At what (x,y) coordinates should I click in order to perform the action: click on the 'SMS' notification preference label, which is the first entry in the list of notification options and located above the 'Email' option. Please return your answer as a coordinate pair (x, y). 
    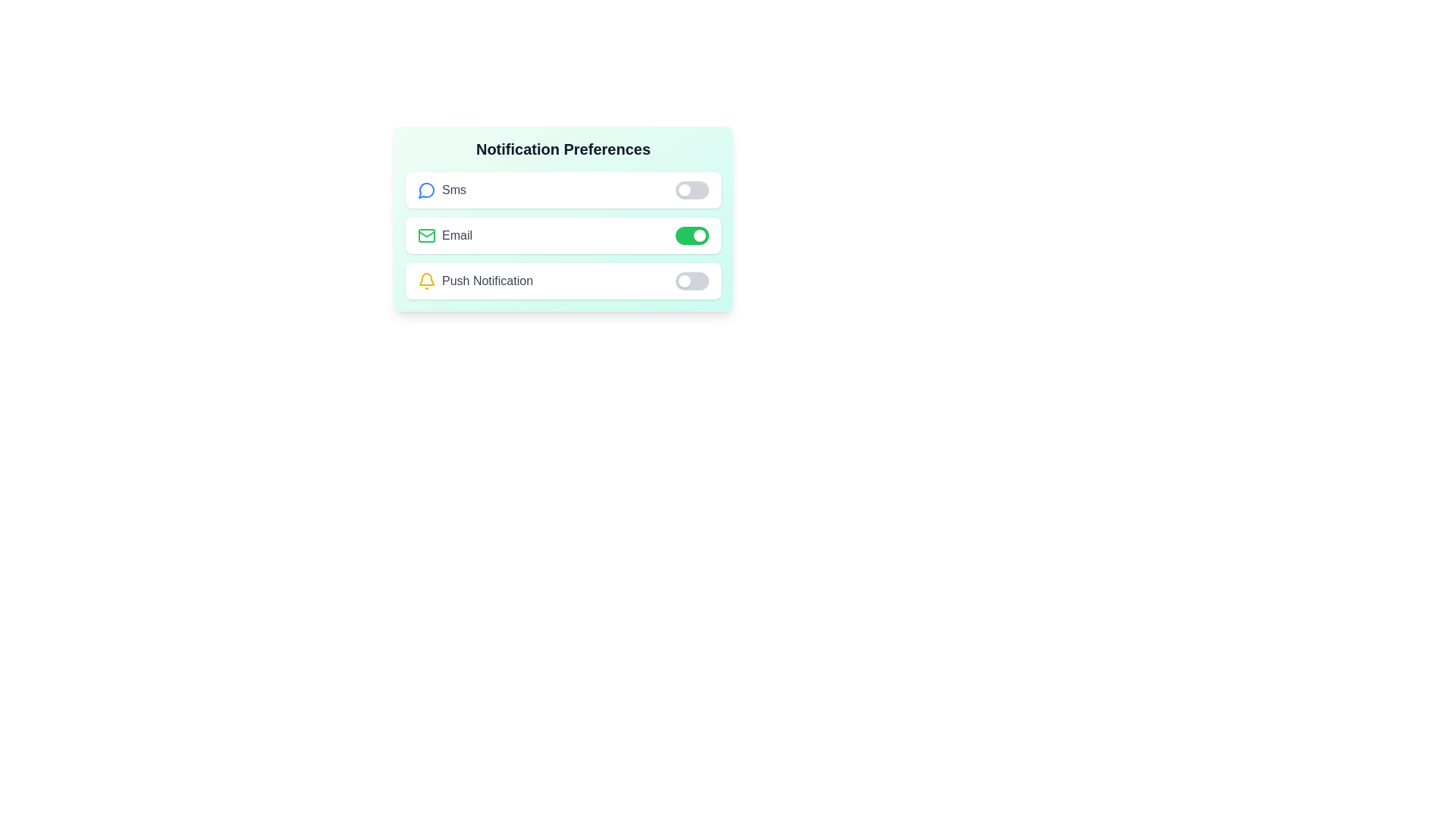
    Looking at the image, I should click on (441, 189).